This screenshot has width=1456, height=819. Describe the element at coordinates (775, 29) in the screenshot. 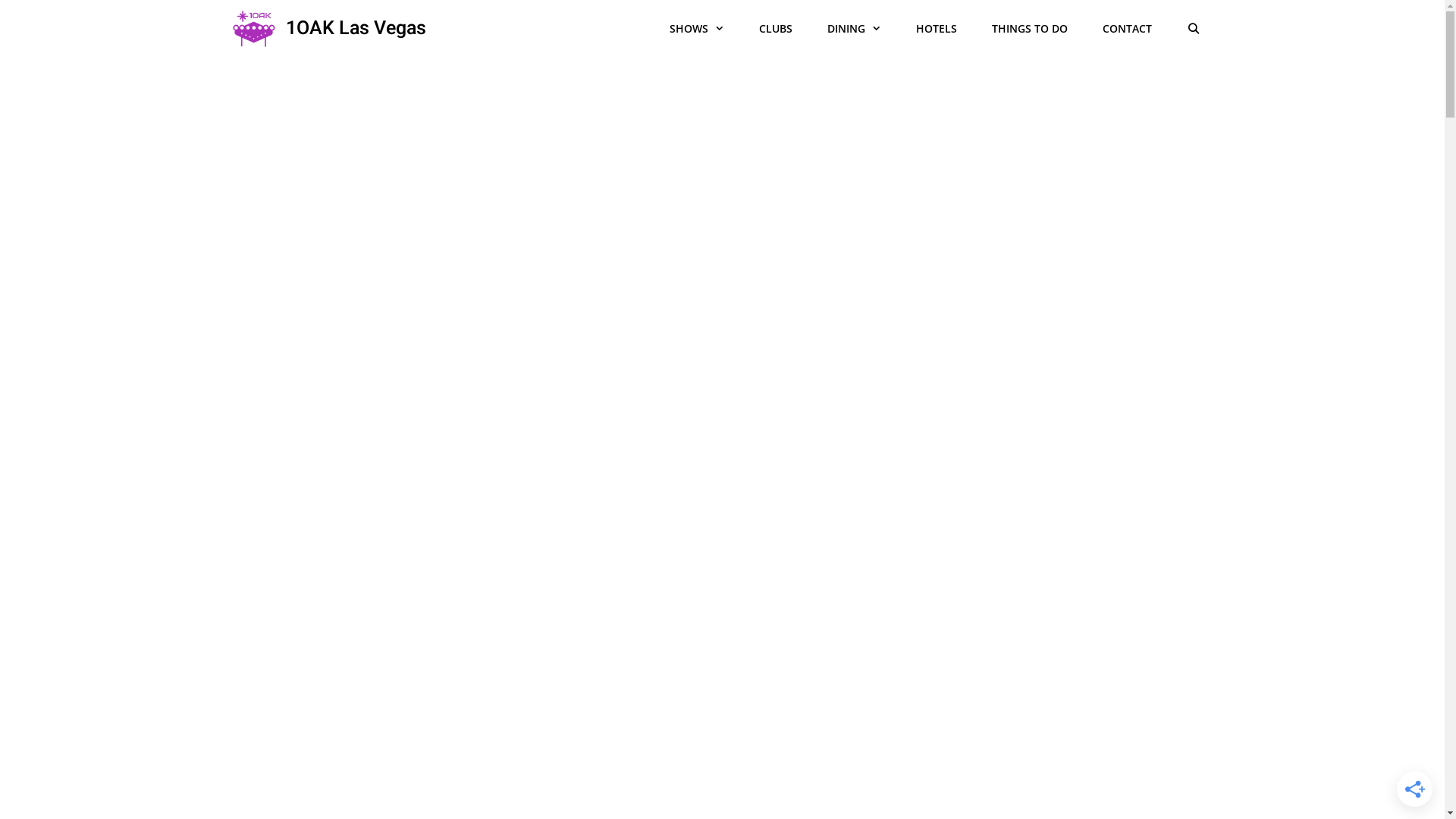

I see `'CLUBS'` at that location.